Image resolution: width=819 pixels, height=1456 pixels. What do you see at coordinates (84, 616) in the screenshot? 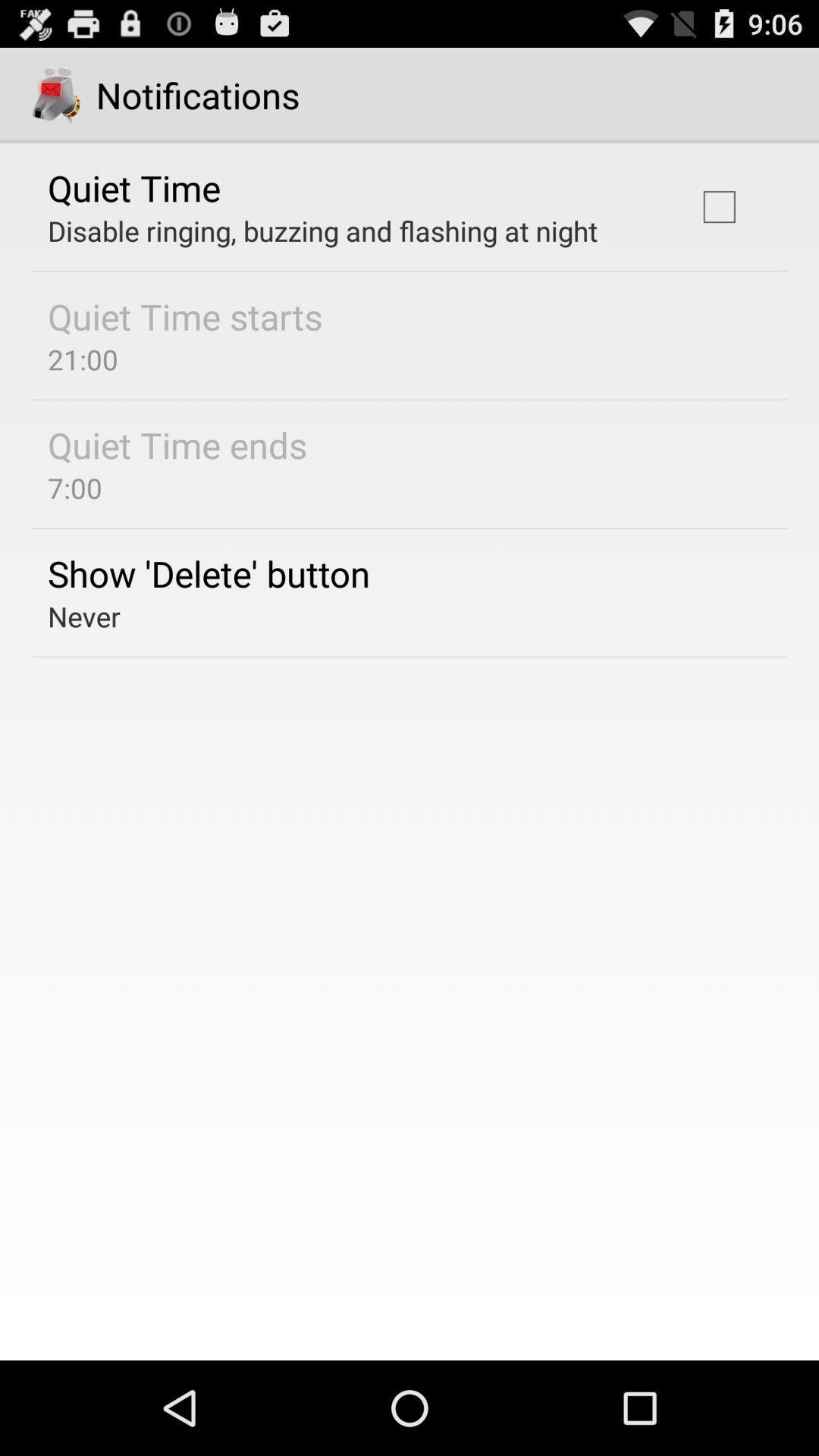
I see `the never icon` at bounding box center [84, 616].